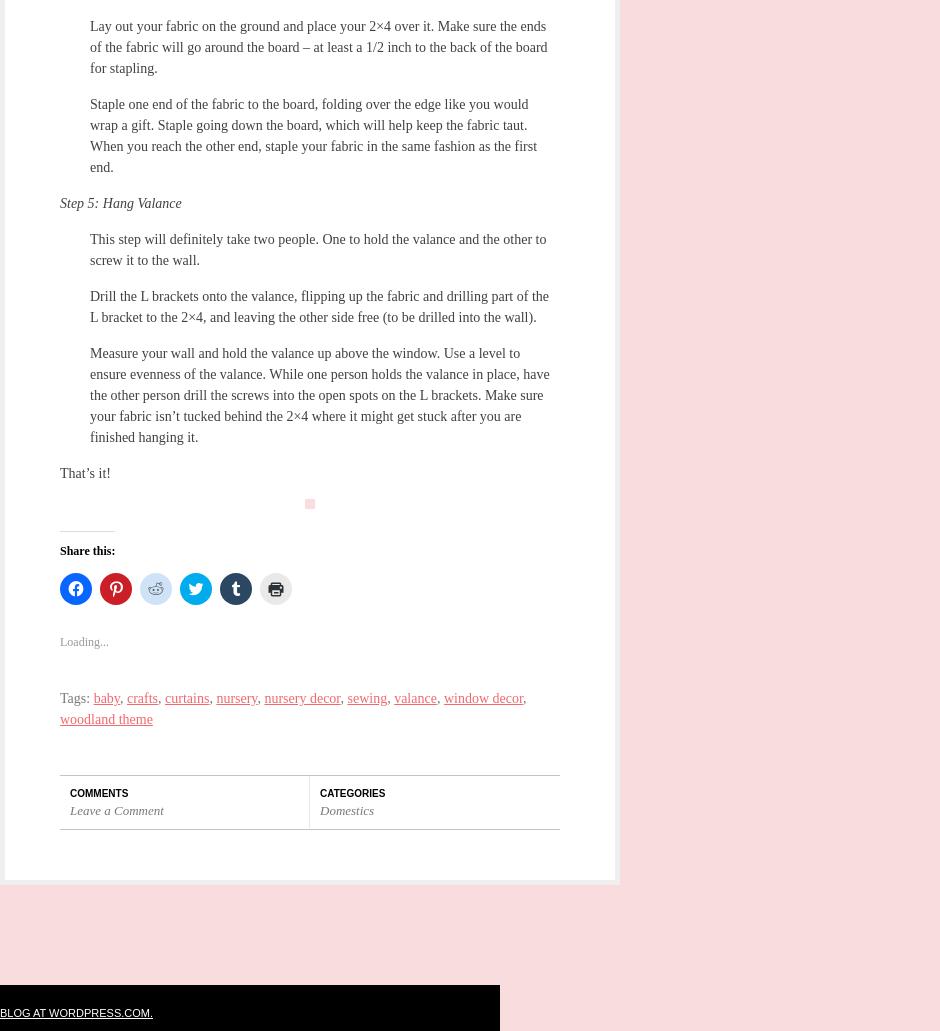 The width and height of the screenshot is (940, 1031). What do you see at coordinates (301, 698) in the screenshot?
I see `'nursery decor'` at bounding box center [301, 698].